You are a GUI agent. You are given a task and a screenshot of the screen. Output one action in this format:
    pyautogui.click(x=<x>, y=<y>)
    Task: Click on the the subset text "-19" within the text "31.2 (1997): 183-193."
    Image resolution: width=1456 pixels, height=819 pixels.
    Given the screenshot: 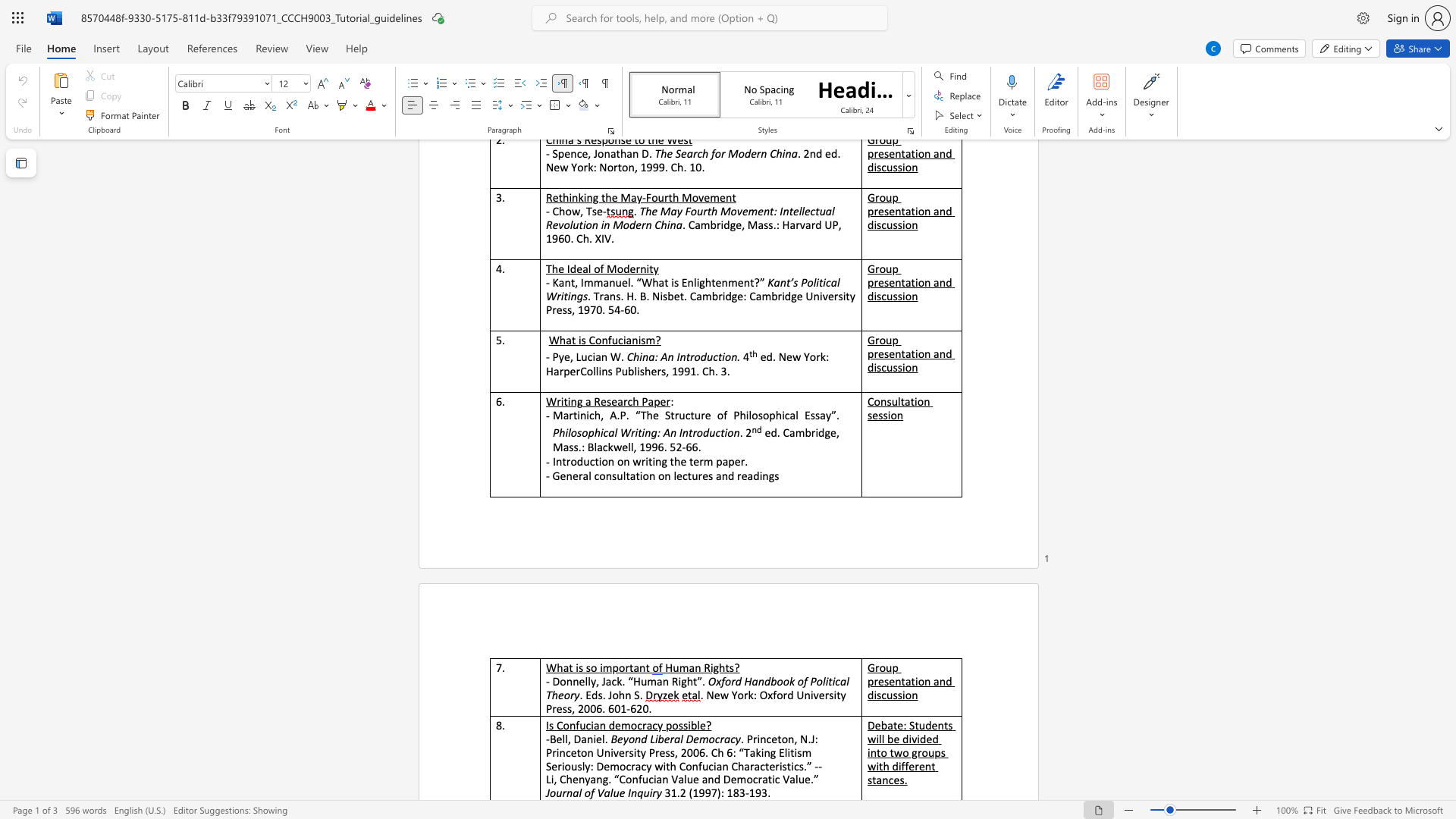 What is the action you would take?
    pyautogui.click(x=745, y=792)
    